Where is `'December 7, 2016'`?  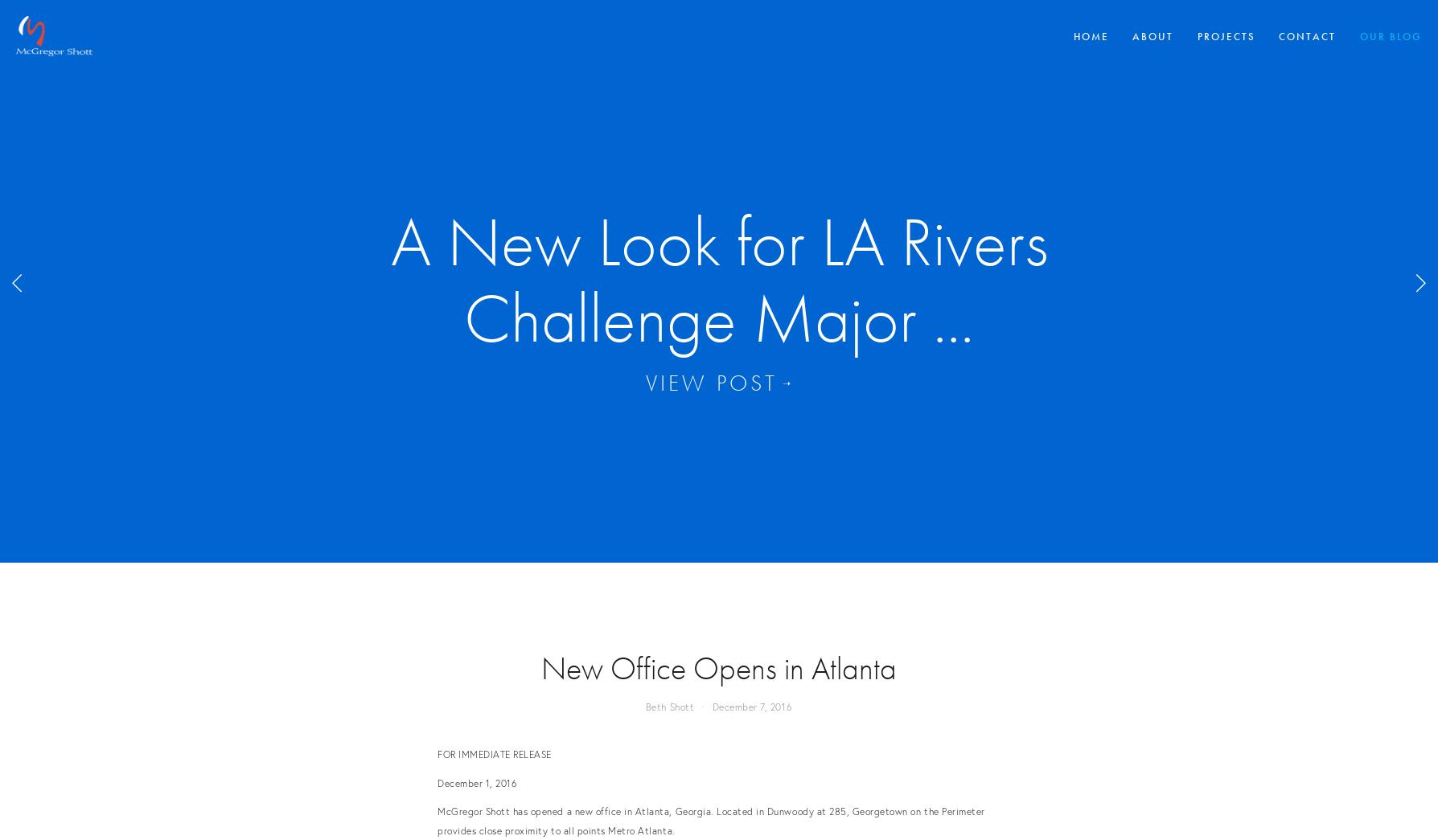
'December 7, 2016' is located at coordinates (751, 707).